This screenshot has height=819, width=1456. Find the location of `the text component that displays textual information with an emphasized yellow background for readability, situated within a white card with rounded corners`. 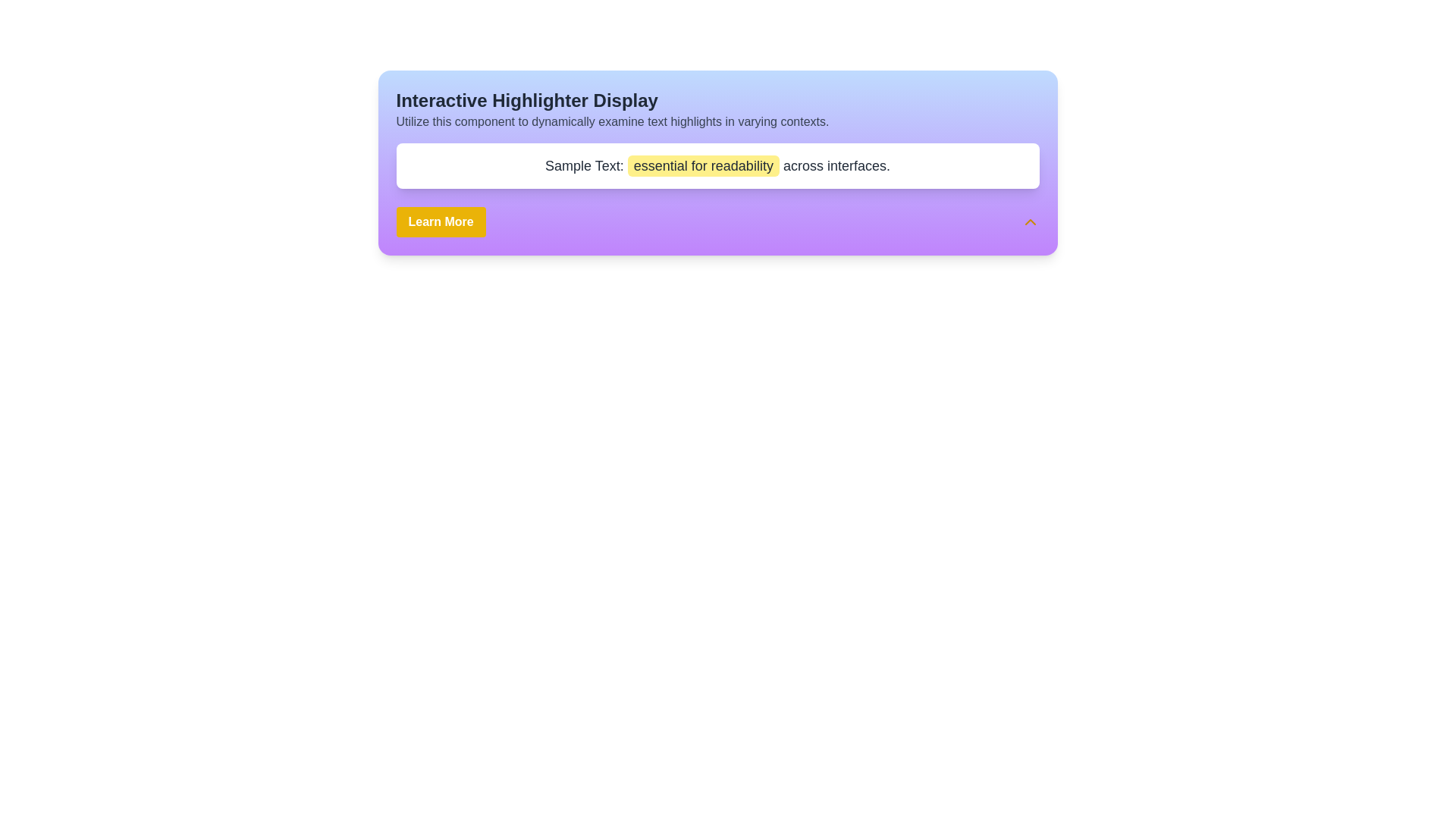

the text component that displays textual information with an emphasized yellow background for readability, situated within a white card with rounded corners is located at coordinates (717, 166).